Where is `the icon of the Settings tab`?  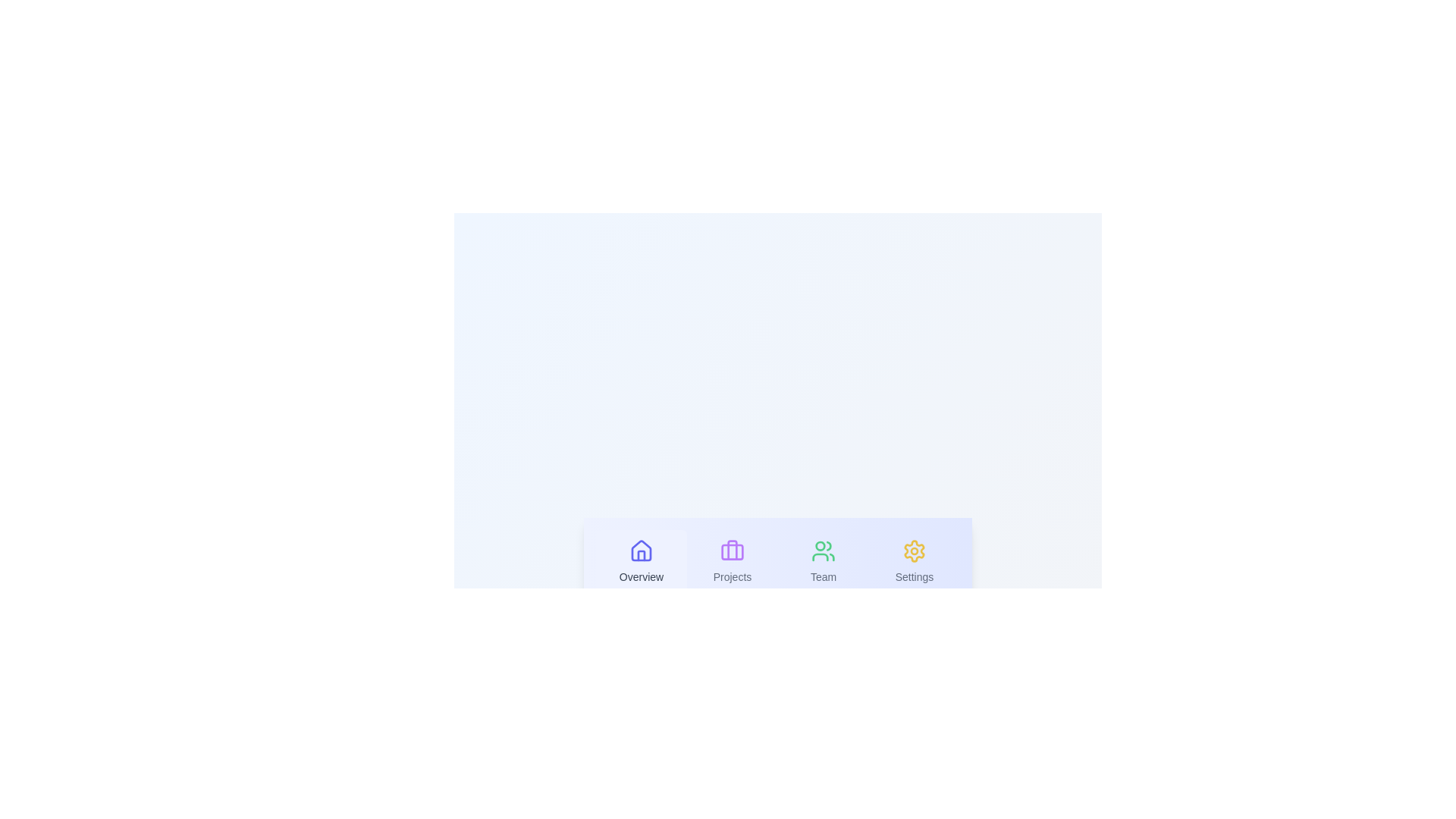 the icon of the Settings tab is located at coordinates (913, 551).